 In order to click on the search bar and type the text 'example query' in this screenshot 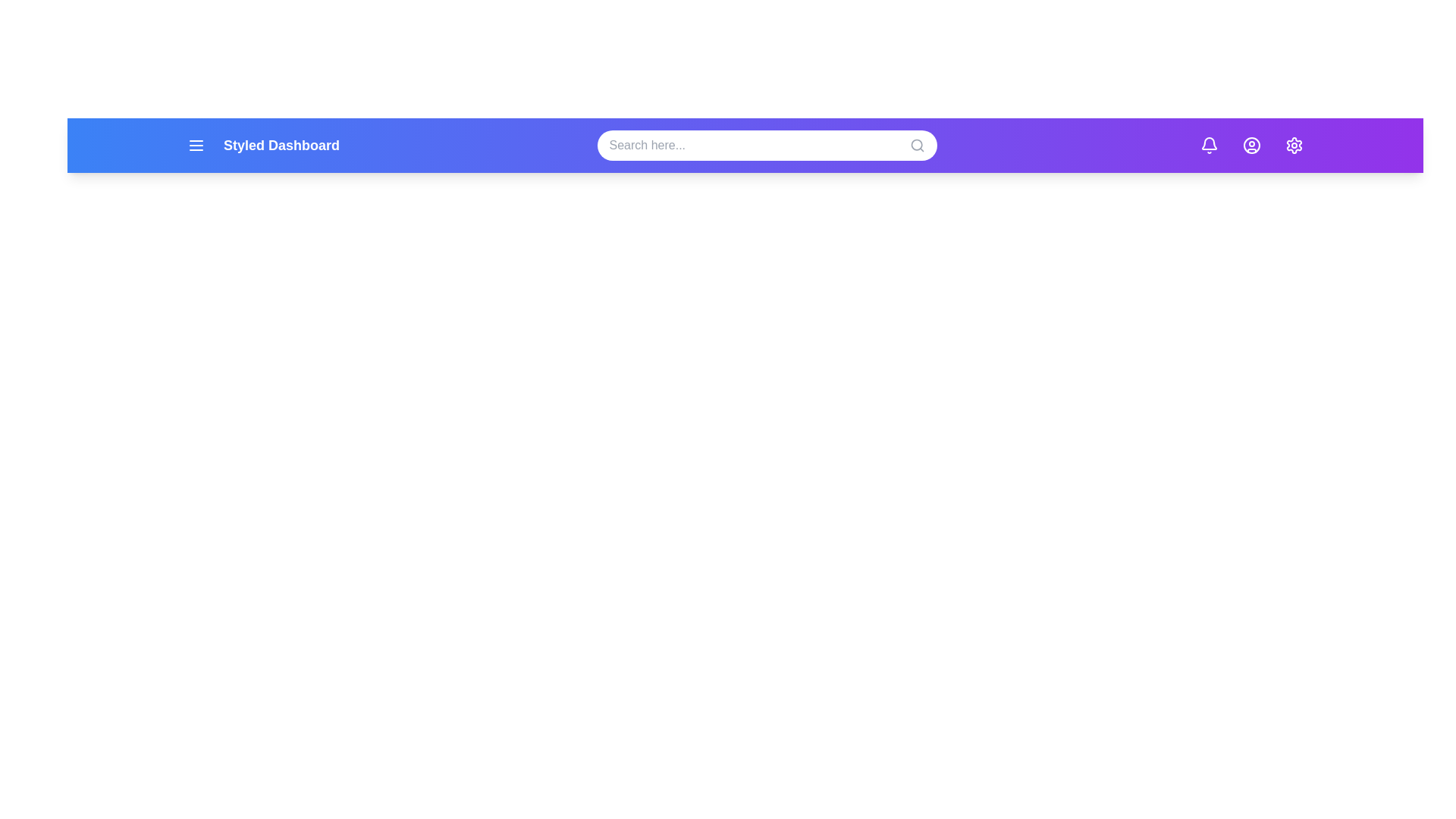, I will do `click(767, 146)`.